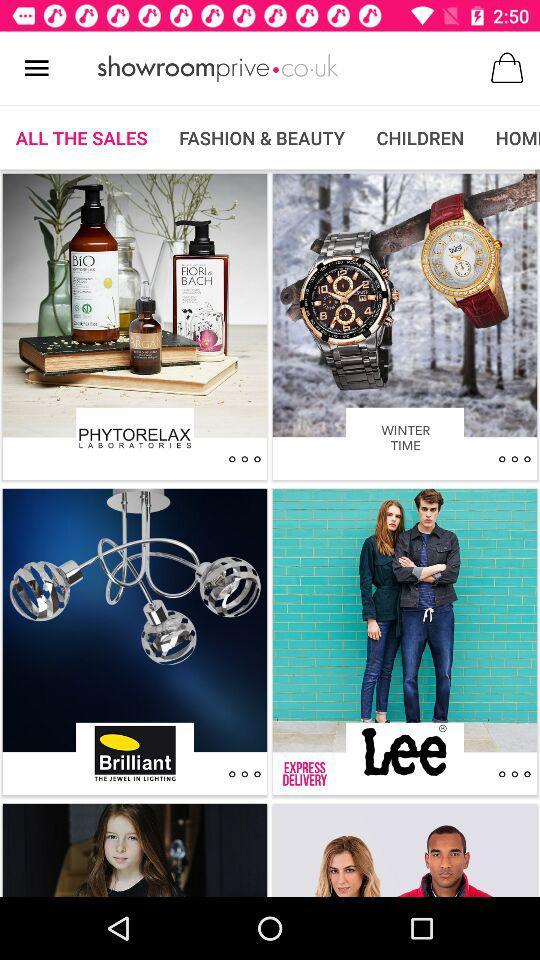 Image resolution: width=540 pixels, height=960 pixels. What do you see at coordinates (514, 459) in the screenshot?
I see `open item` at bounding box center [514, 459].